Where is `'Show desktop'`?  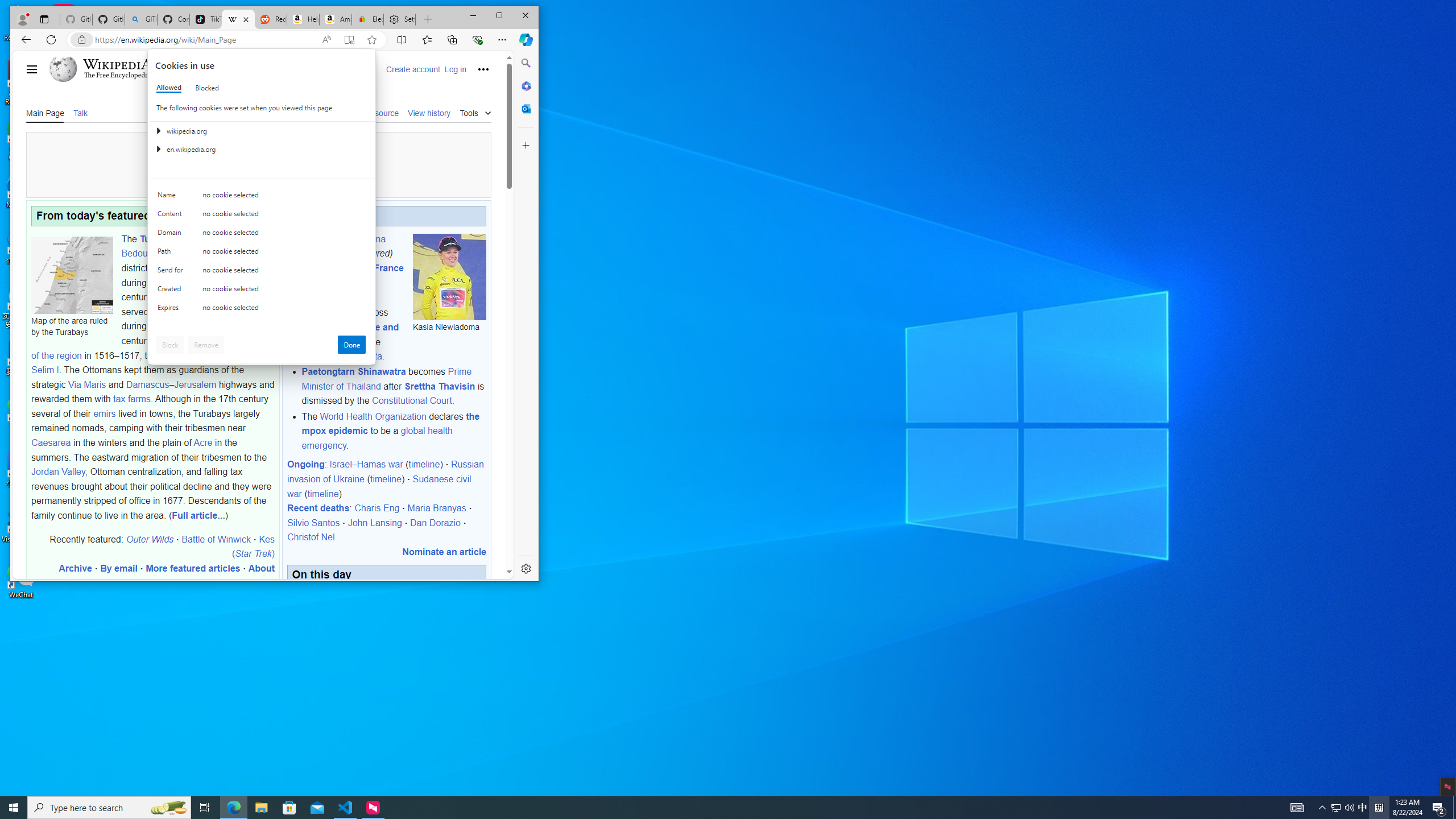 'Show desktop' is located at coordinates (1454, 806).